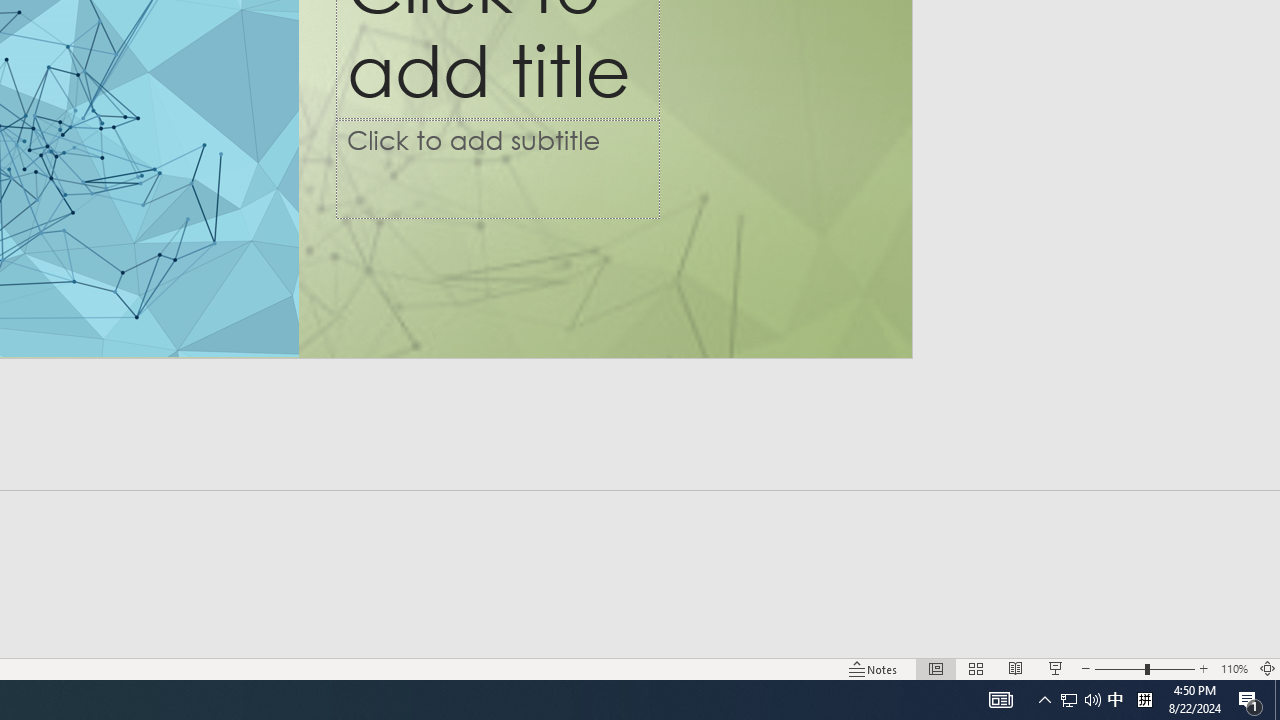 Image resolution: width=1280 pixels, height=720 pixels. What do you see at coordinates (1233, 669) in the screenshot?
I see `'Zoom 110%'` at bounding box center [1233, 669].